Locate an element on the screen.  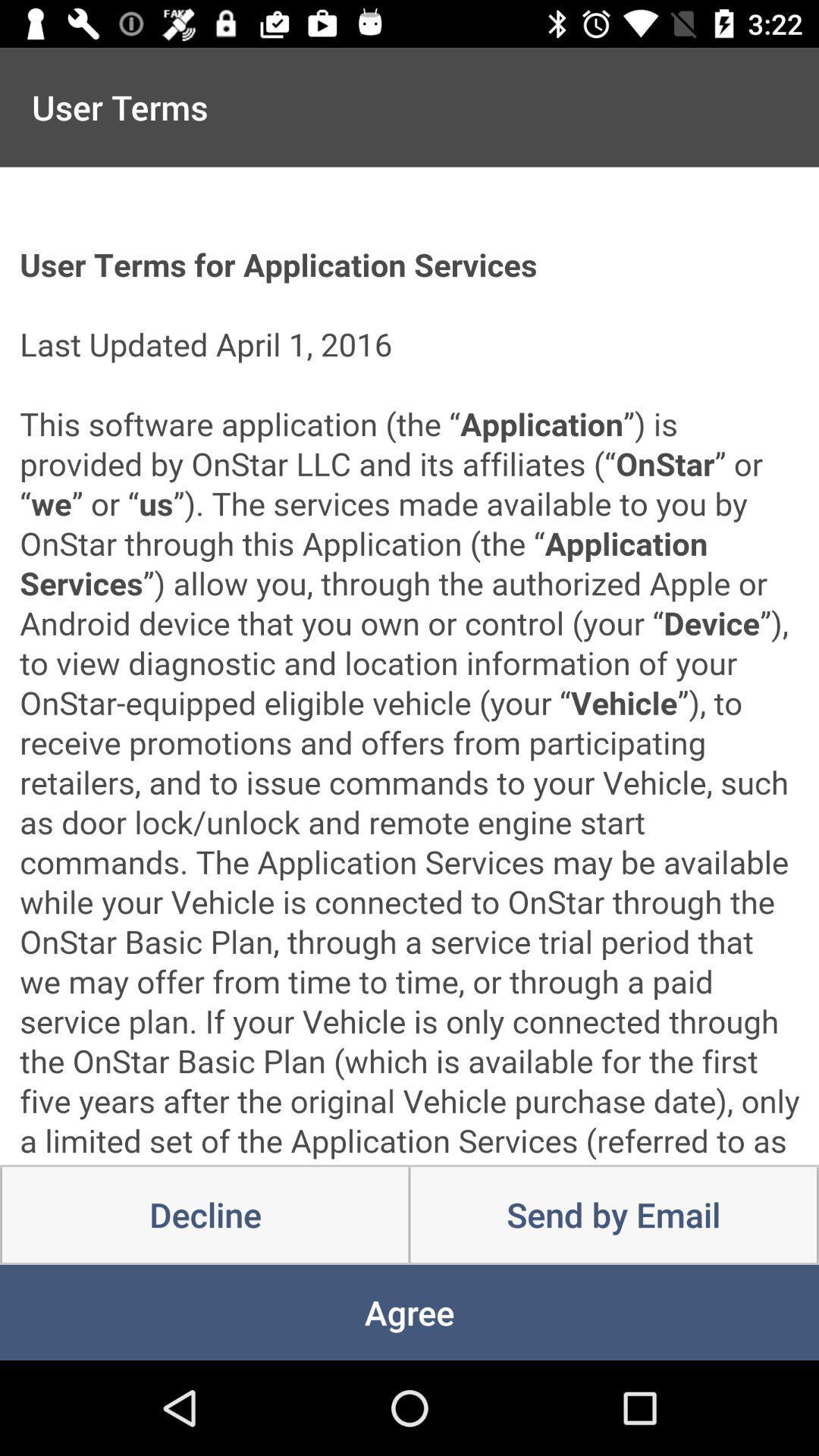
send by email item is located at coordinates (613, 1215).